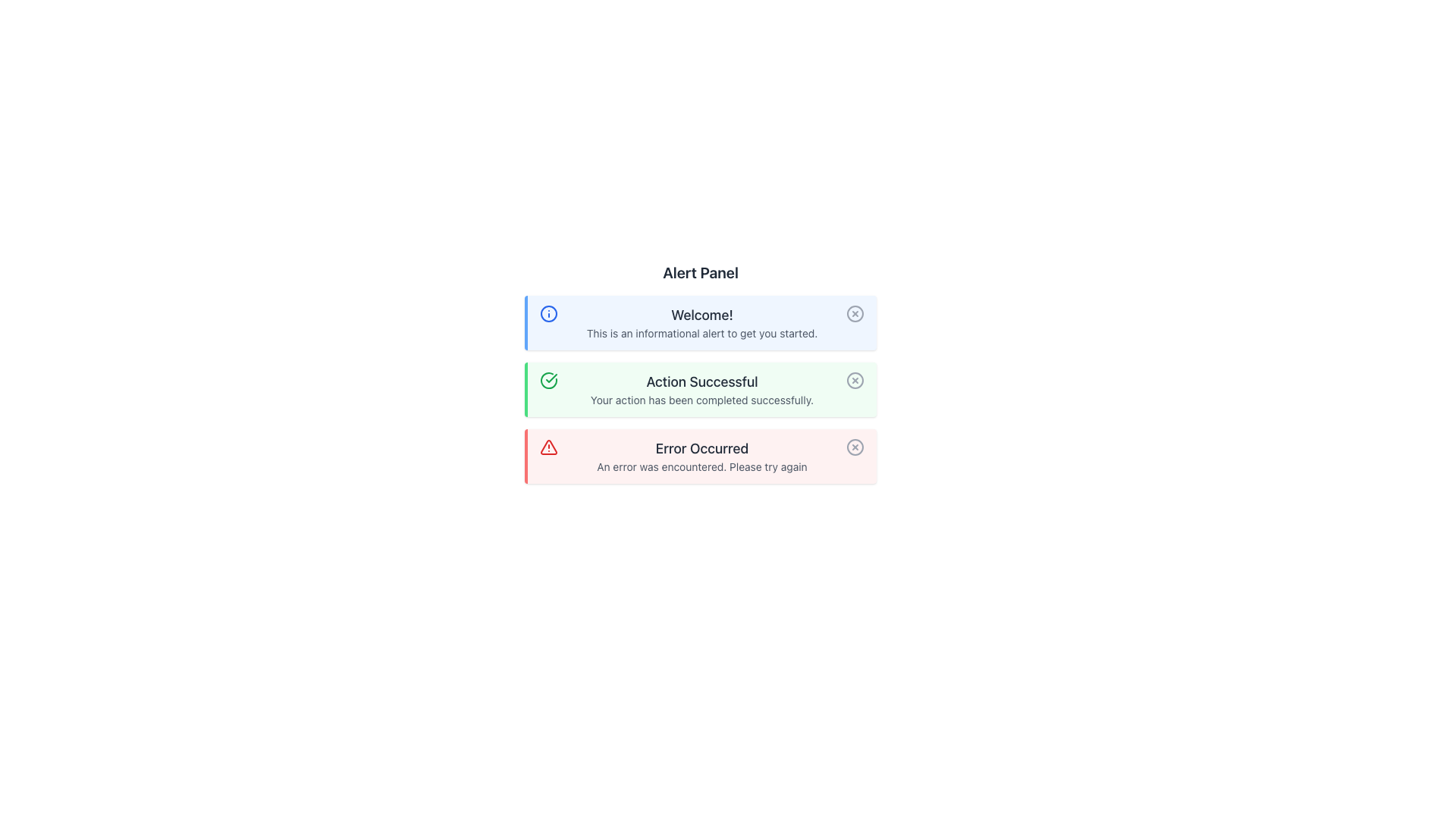 The width and height of the screenshot is (1456, 819). Describe the element at coordinates (701, 447) in the screenshot. I see `the text 'Error Occurred' displayed in a medium font size, gray color, within a red alert box at the bottom of the alert panel` at that location.